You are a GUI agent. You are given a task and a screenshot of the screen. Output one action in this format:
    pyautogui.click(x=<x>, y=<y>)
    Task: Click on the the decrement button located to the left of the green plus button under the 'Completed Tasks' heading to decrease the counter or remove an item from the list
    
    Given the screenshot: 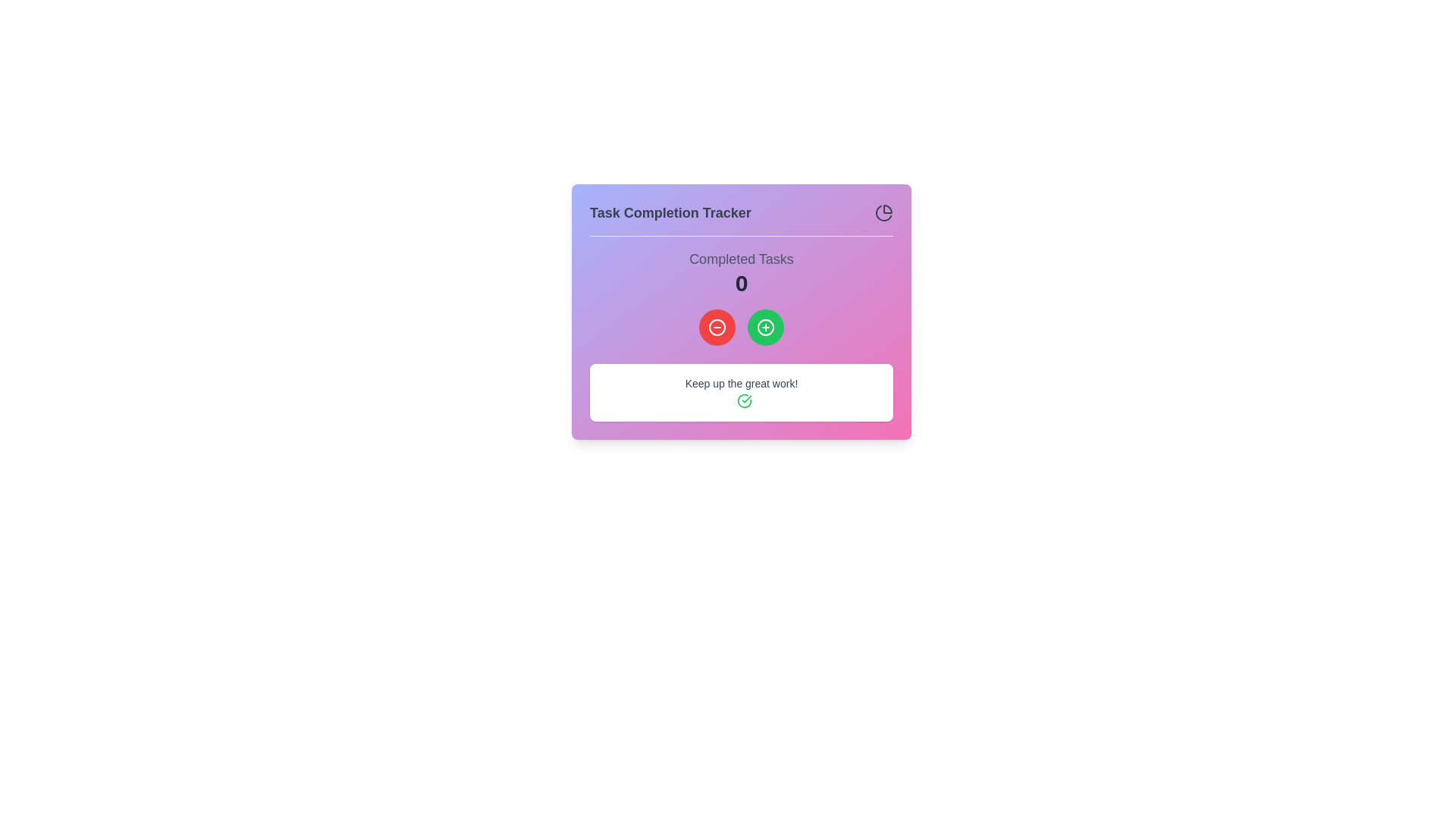 What is the action you would take?
    pyautogui.click(x=716, y=327)
    